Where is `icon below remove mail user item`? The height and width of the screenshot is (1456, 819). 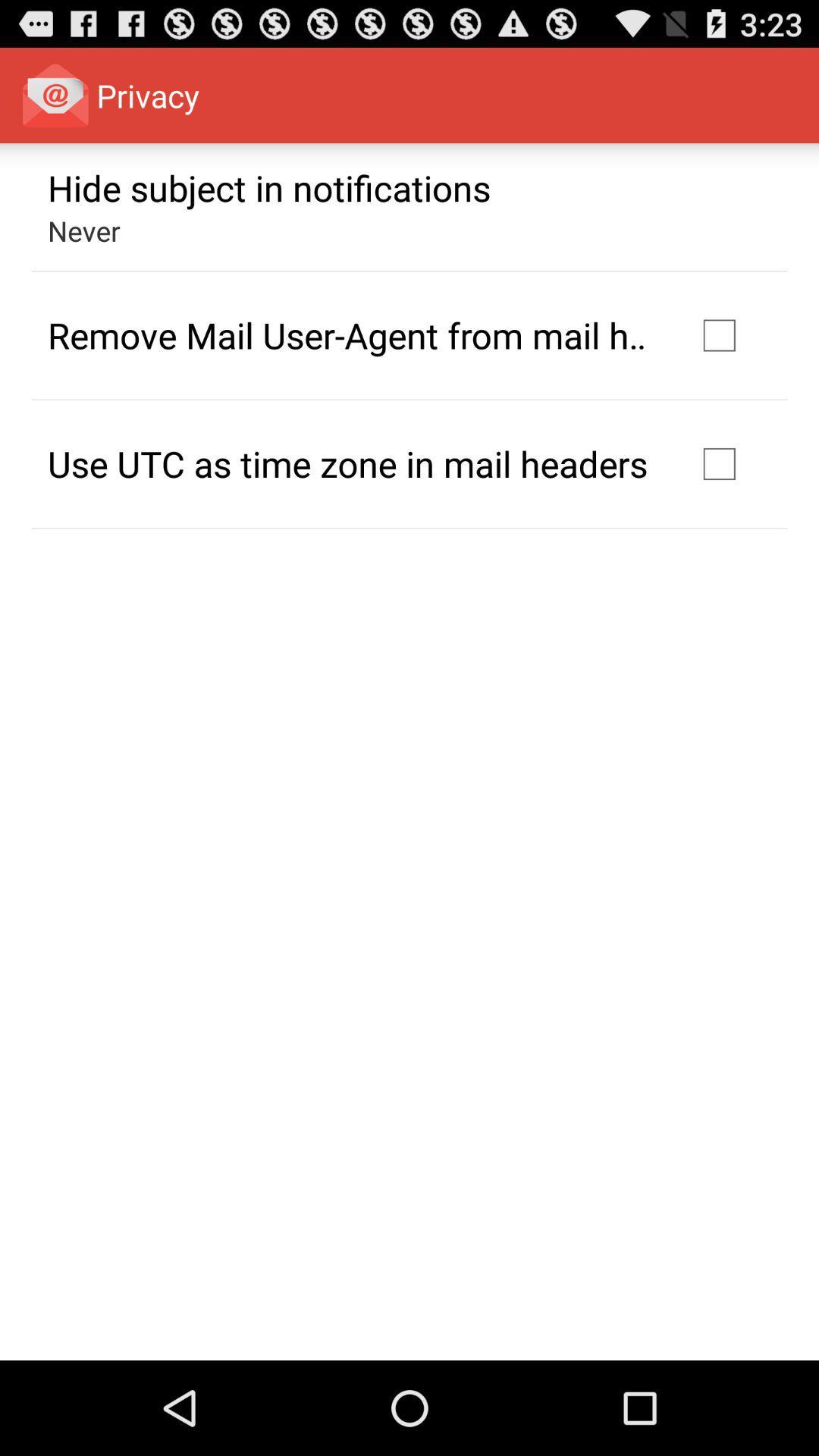 icon below remove mail user item is located at coordinates (347, 463).